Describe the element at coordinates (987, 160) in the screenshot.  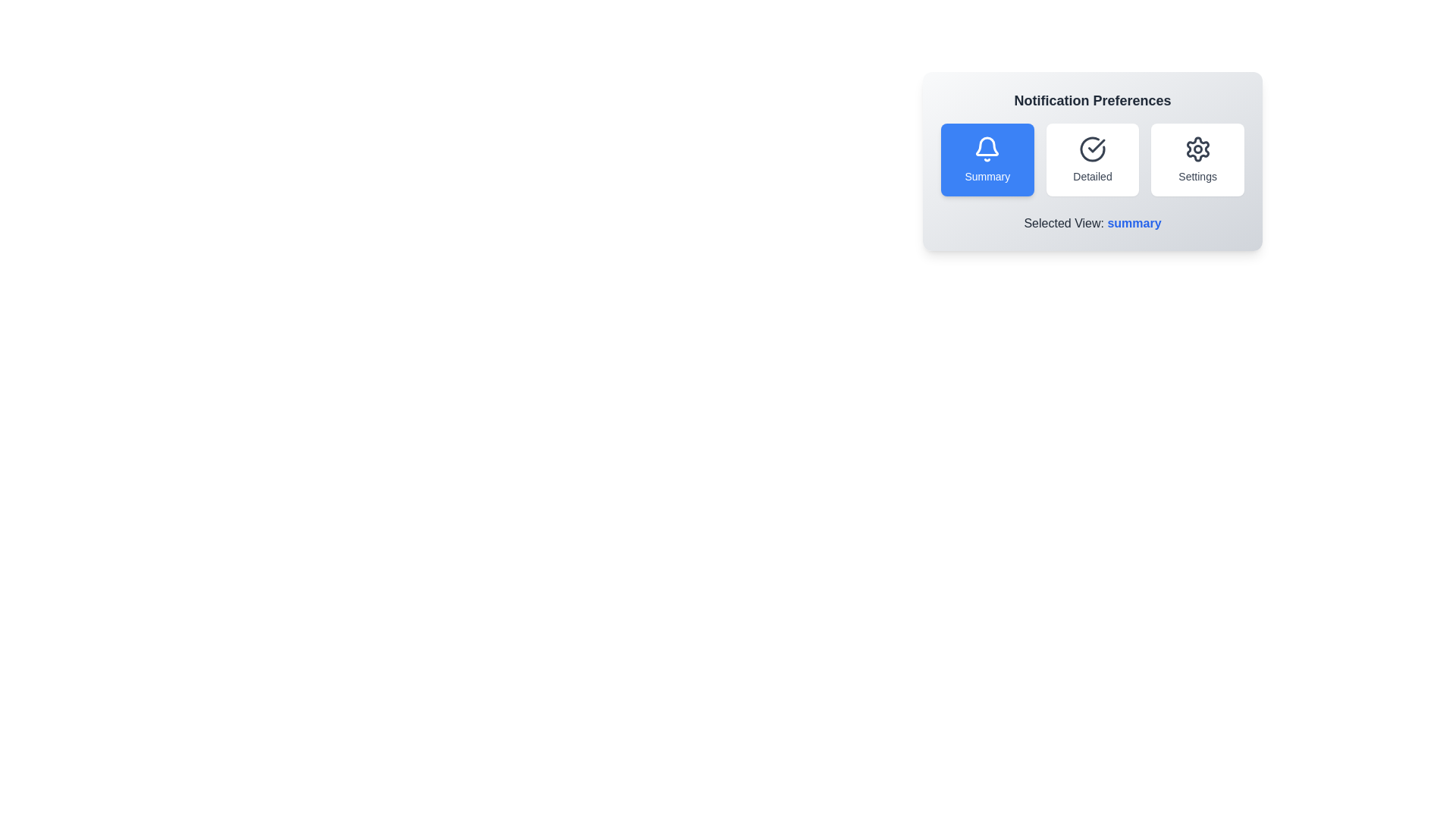
I see `the Summary button to observe its hover effect` at that location.